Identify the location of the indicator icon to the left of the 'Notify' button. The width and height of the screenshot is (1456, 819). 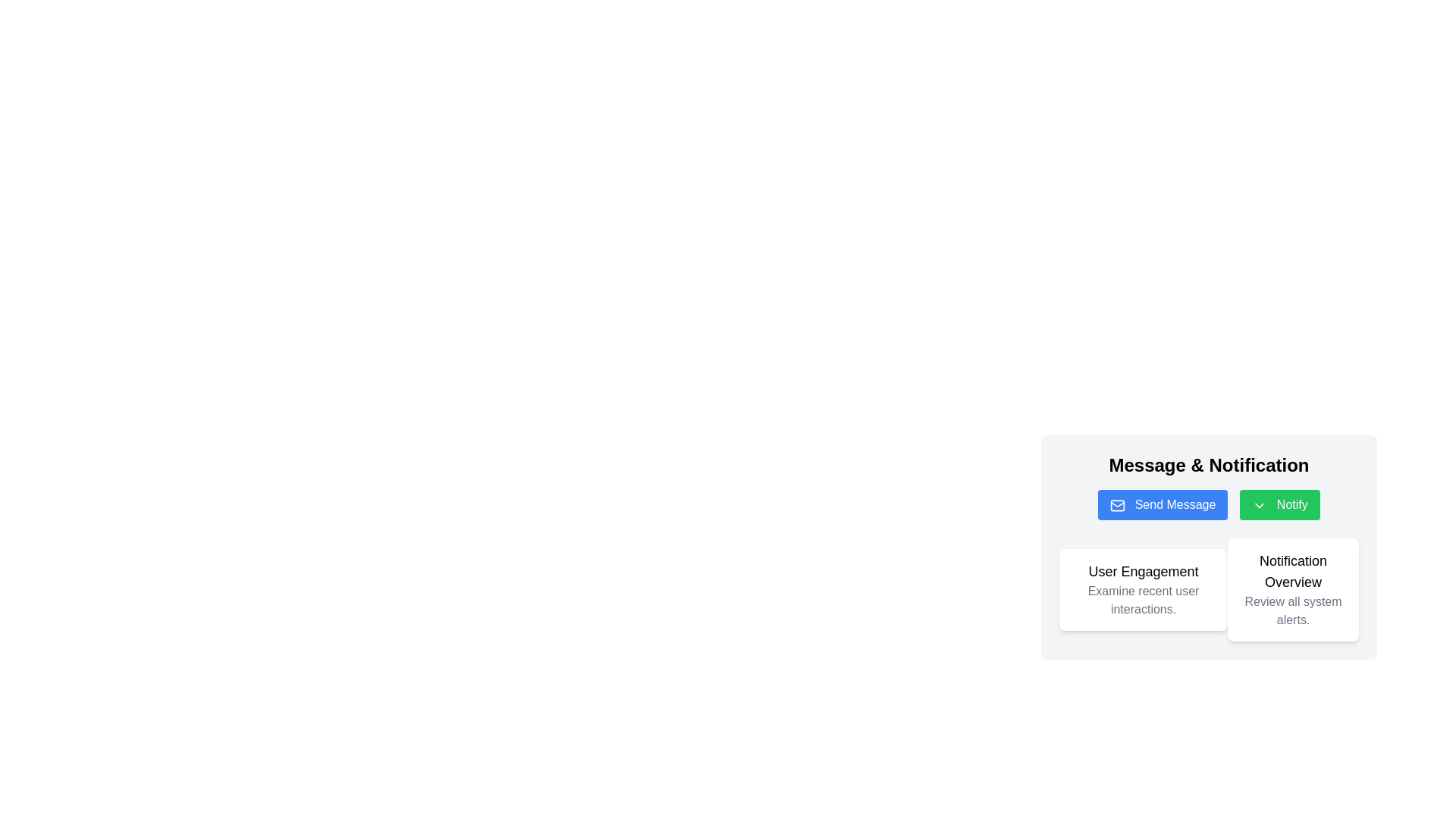
(1260, 505).